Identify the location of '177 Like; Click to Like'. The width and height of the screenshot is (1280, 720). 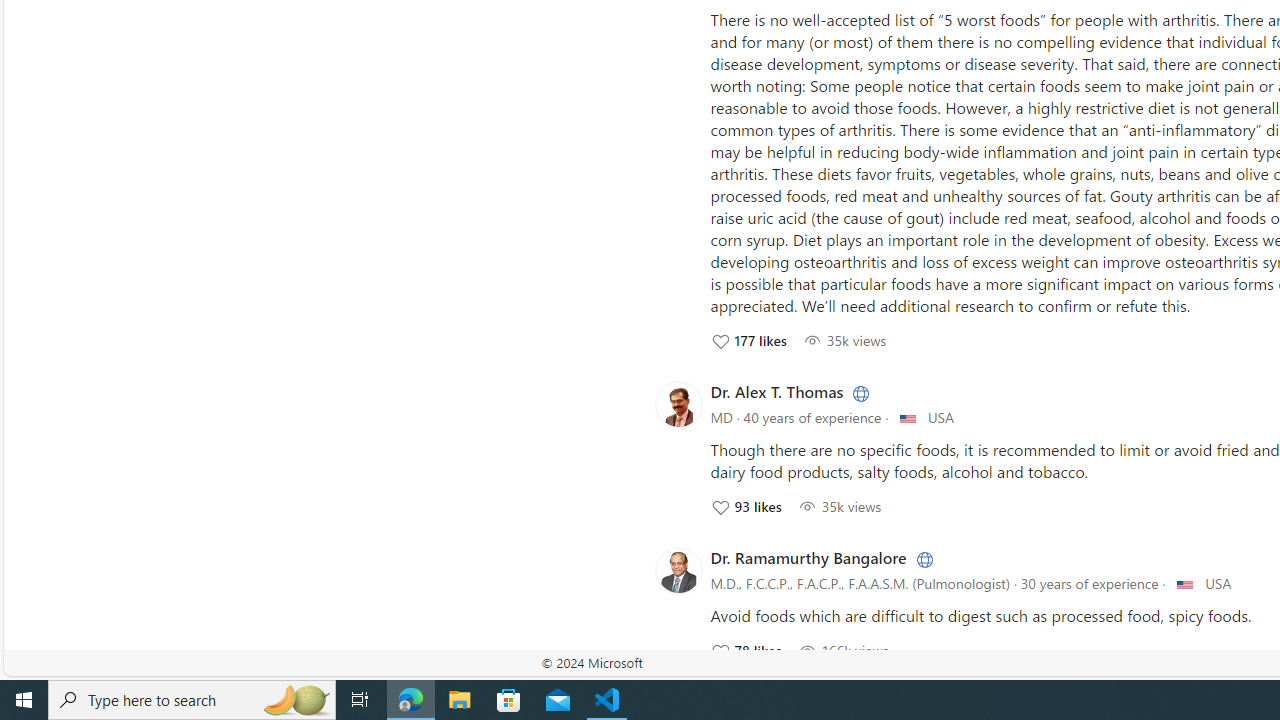
(747, 339).